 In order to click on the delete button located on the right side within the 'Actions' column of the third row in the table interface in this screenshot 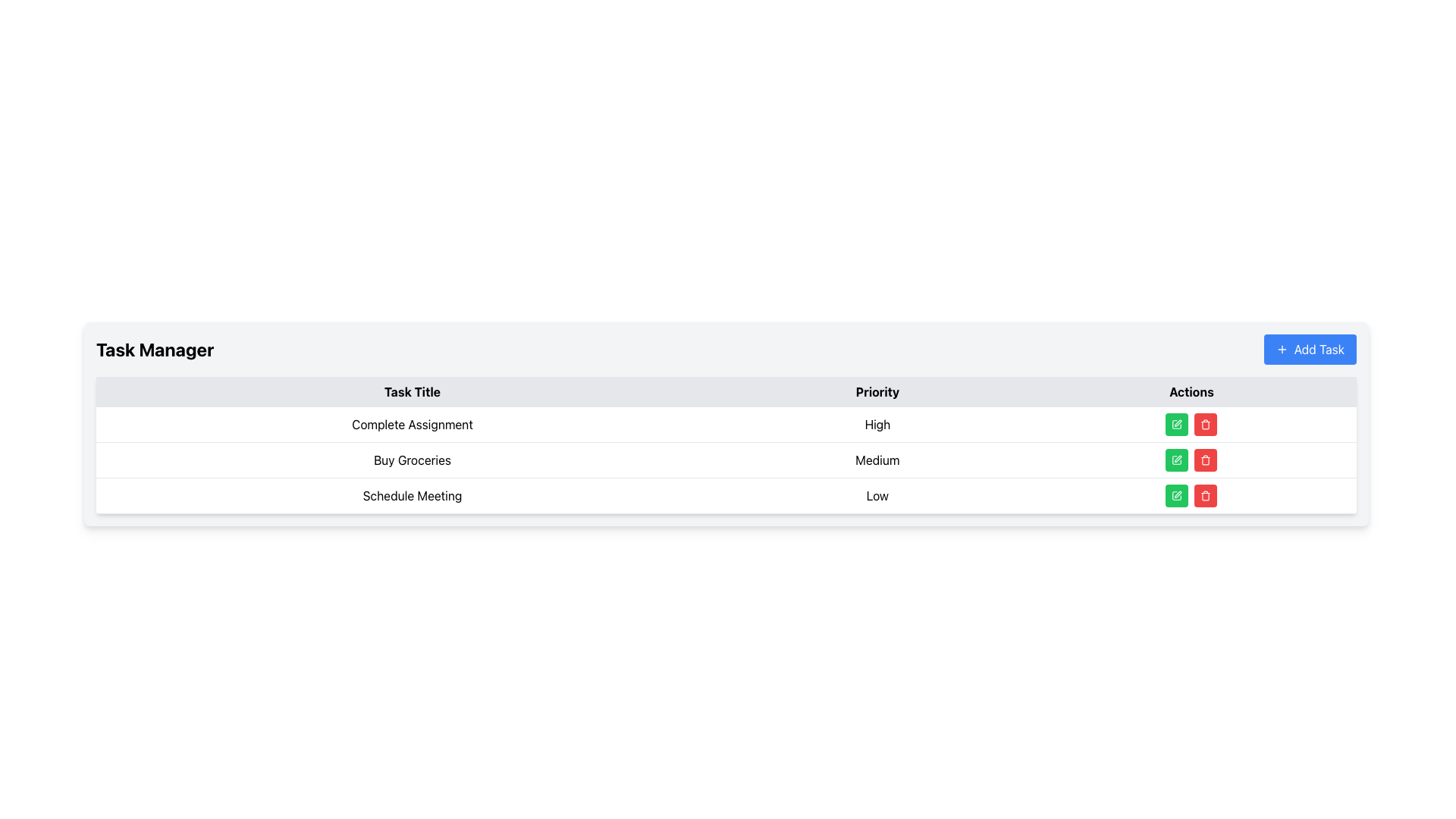, I will do `click(1205, 459)`.